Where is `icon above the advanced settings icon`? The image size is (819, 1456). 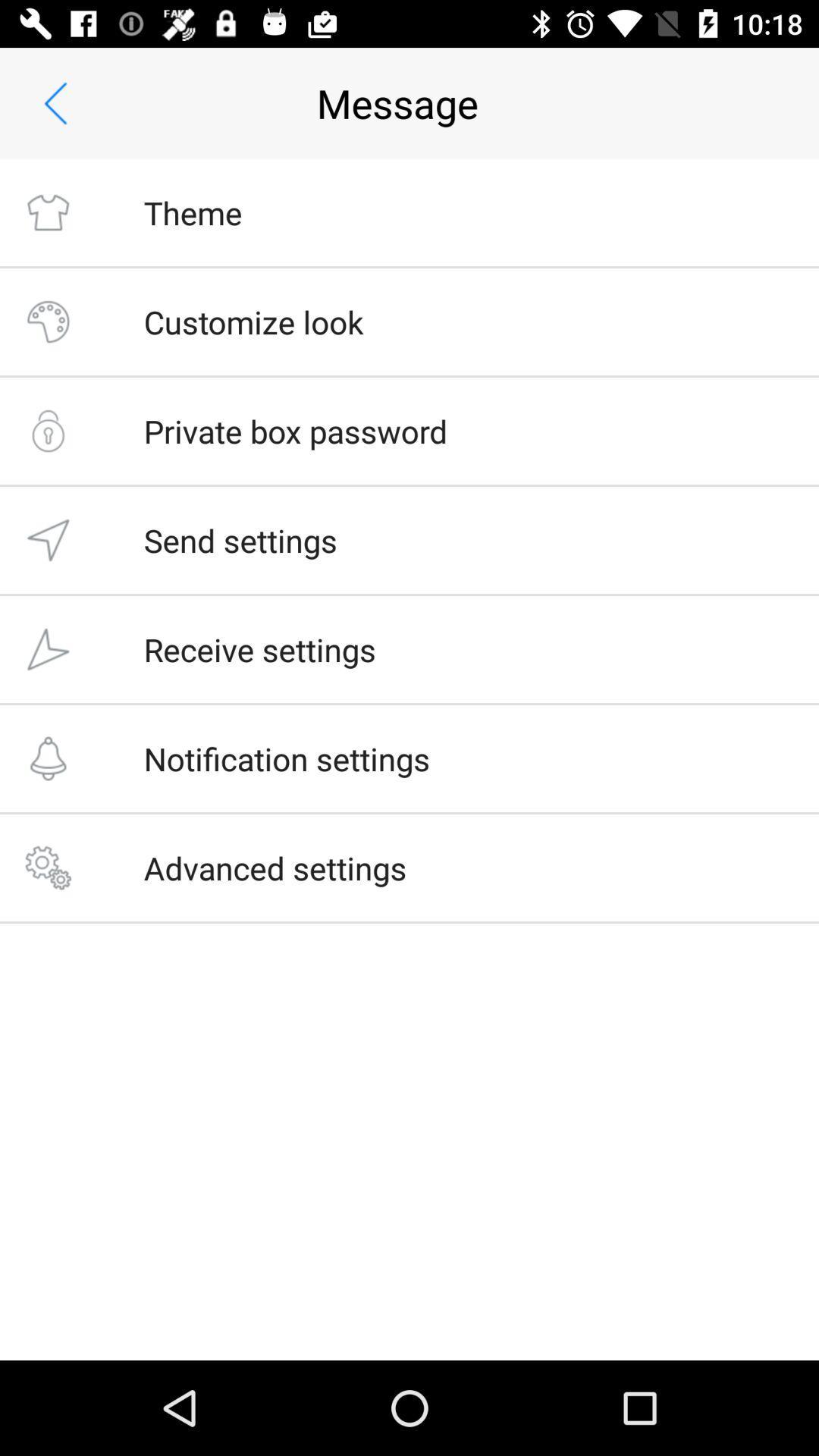 icon above the advanced settings icon is located at coordinates (287, 758).